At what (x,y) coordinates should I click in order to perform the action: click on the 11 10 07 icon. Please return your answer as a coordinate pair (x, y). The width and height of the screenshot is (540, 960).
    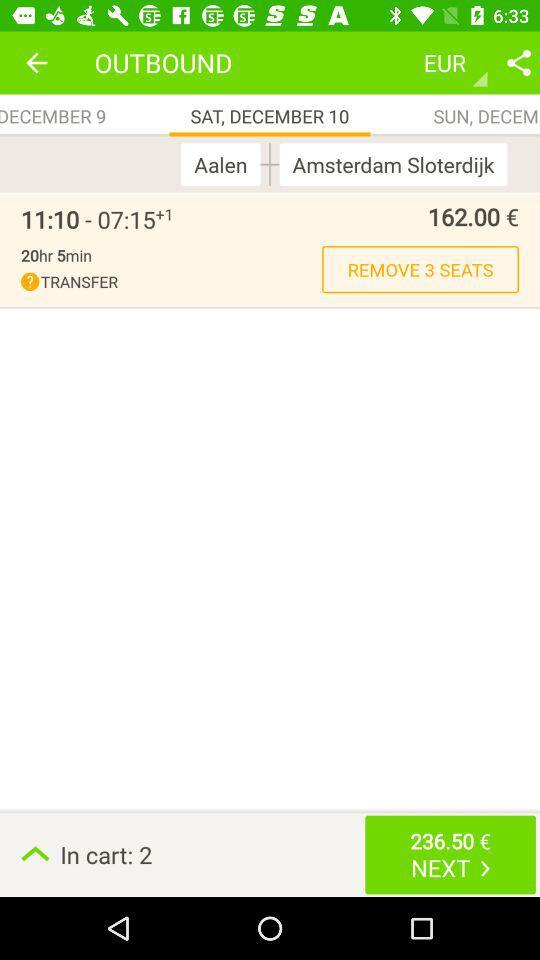
    Looking at the image, I should click on (87, 219).